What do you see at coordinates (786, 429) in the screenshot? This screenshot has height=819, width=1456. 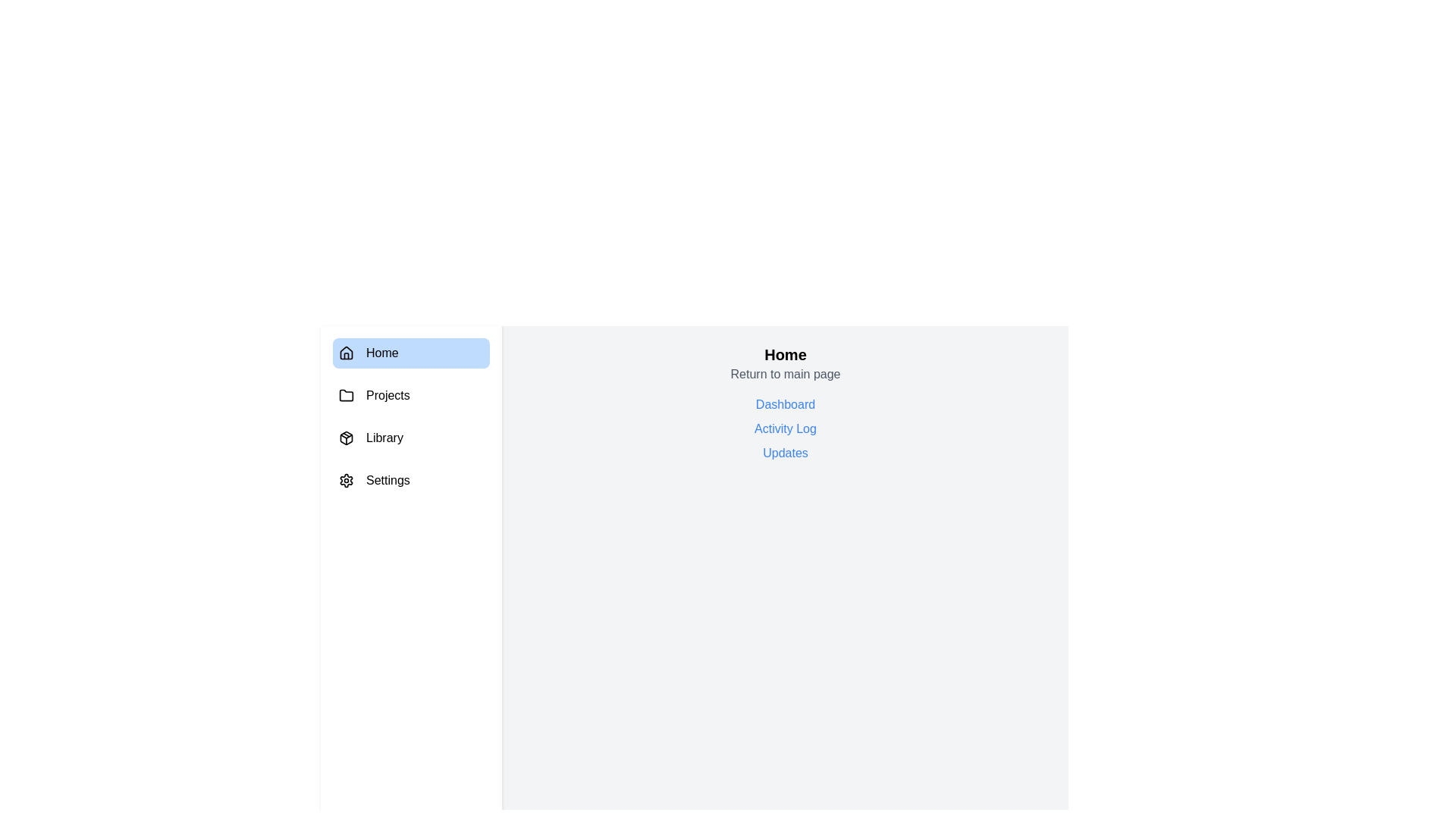 I see `any of the interactive text links located beneath the subtitle 'Return to main page'` at bounding box center [786, 429].